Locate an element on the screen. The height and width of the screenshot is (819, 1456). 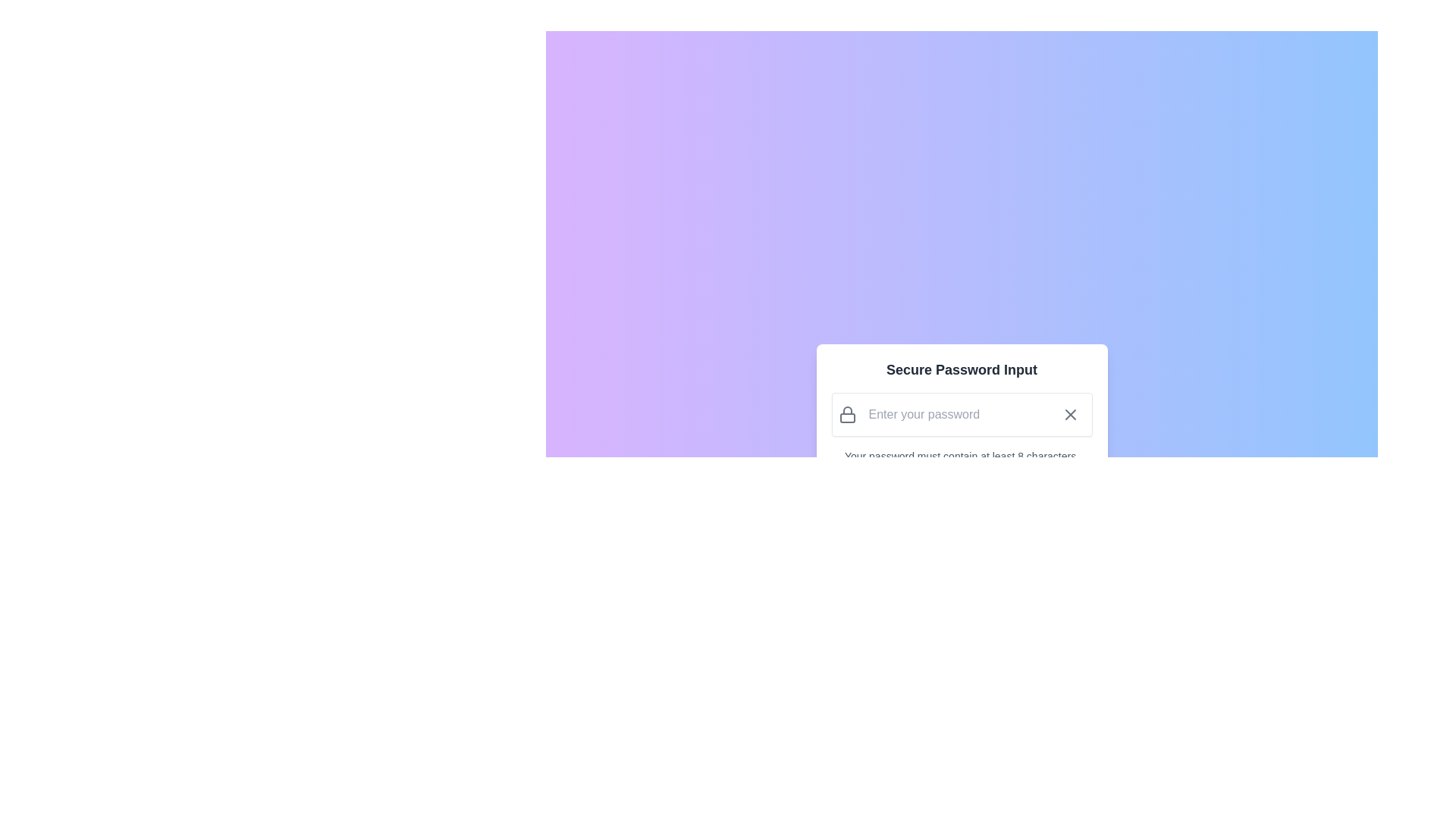
the Password Input Field located in the 'Secure Password Input' dialog box to focus on it for entering a password is located at coordinates (961, 415).